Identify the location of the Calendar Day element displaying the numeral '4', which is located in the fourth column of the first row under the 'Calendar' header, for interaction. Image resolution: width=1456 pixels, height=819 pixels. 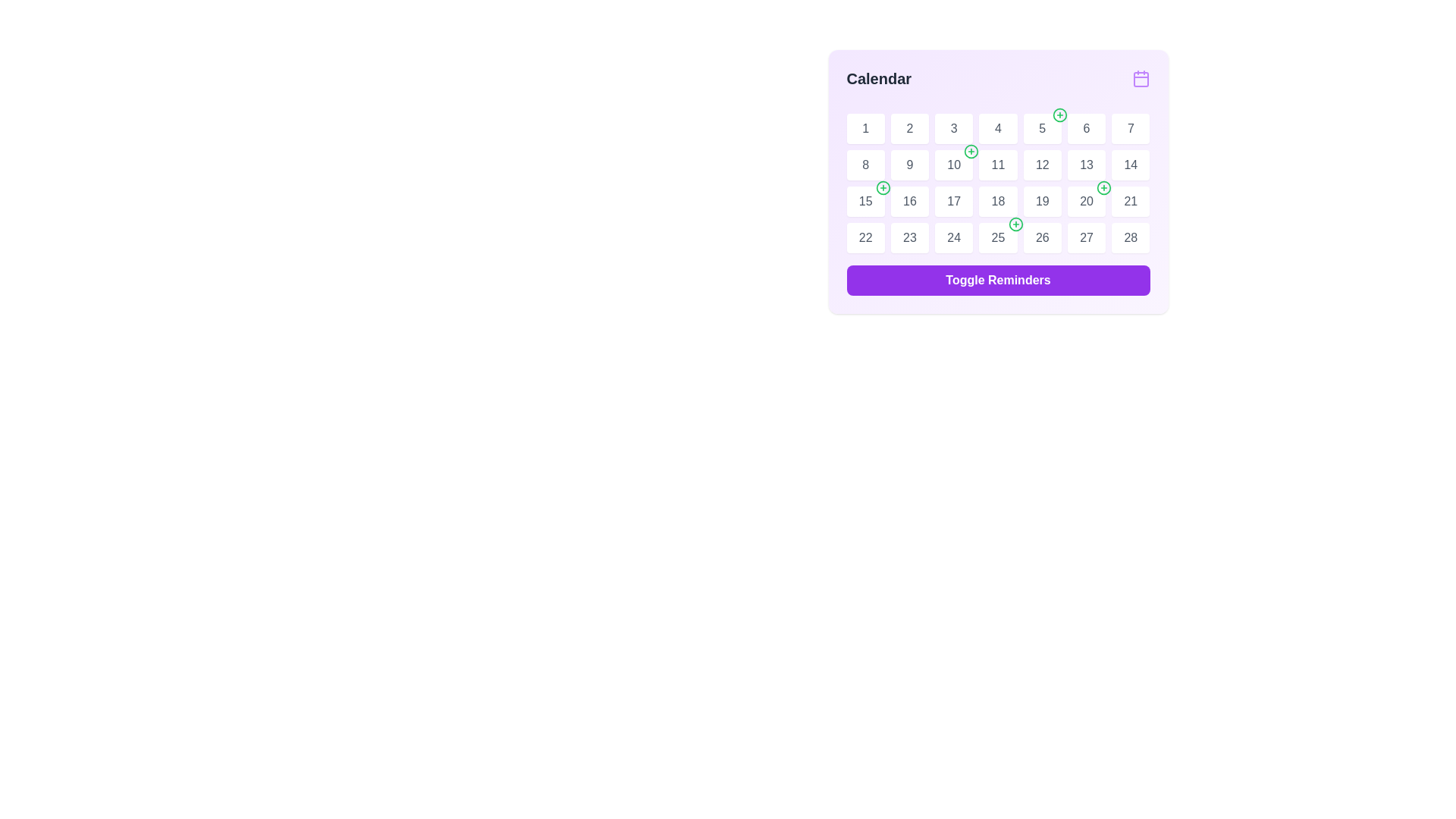
(998, 127).